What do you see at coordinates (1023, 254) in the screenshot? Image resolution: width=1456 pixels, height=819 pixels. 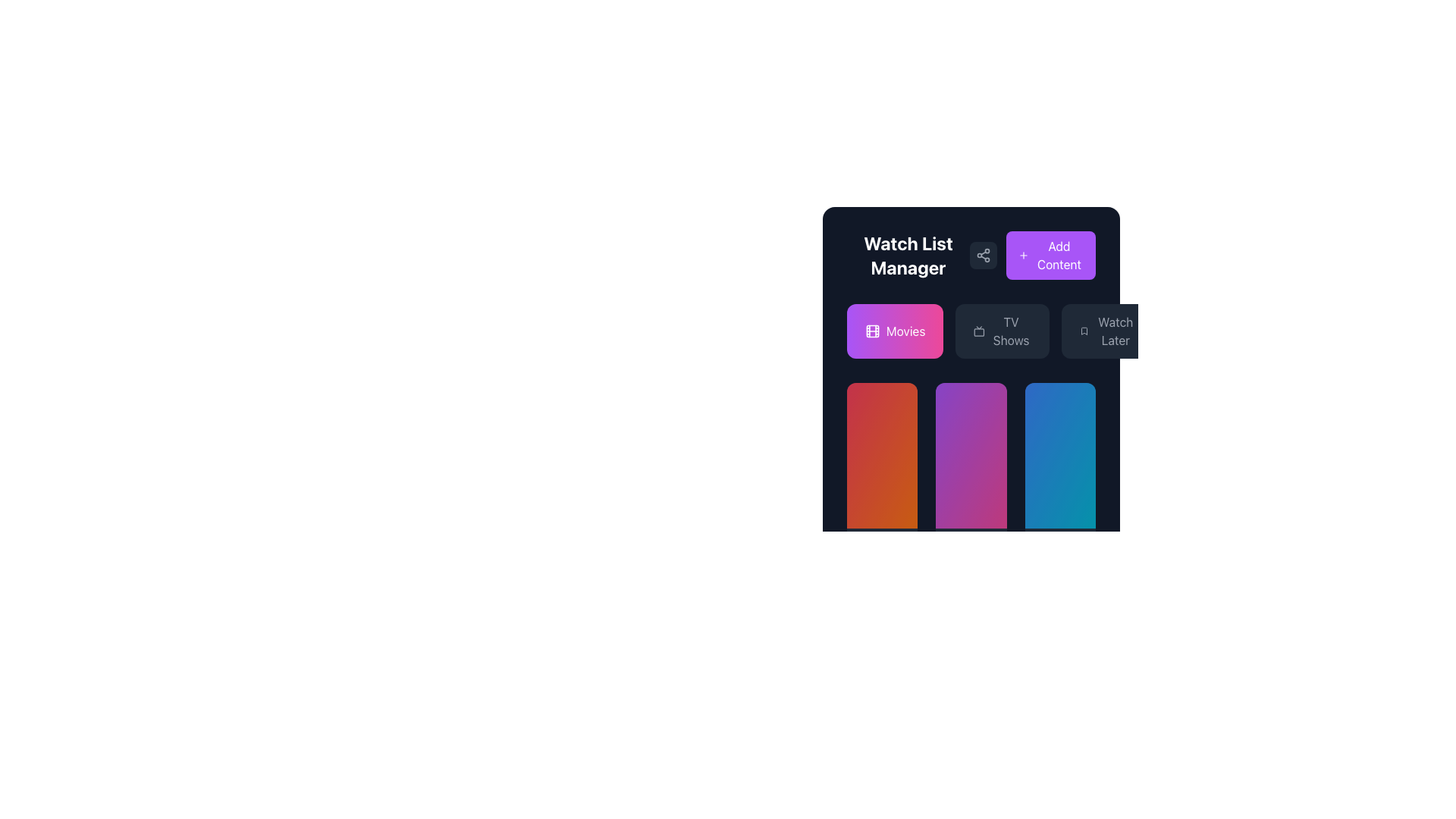 I see `the small purple square button with a white plus sign icon, which is part of the 'Add Content' section in the header area` at bounding box center [1023, 254].